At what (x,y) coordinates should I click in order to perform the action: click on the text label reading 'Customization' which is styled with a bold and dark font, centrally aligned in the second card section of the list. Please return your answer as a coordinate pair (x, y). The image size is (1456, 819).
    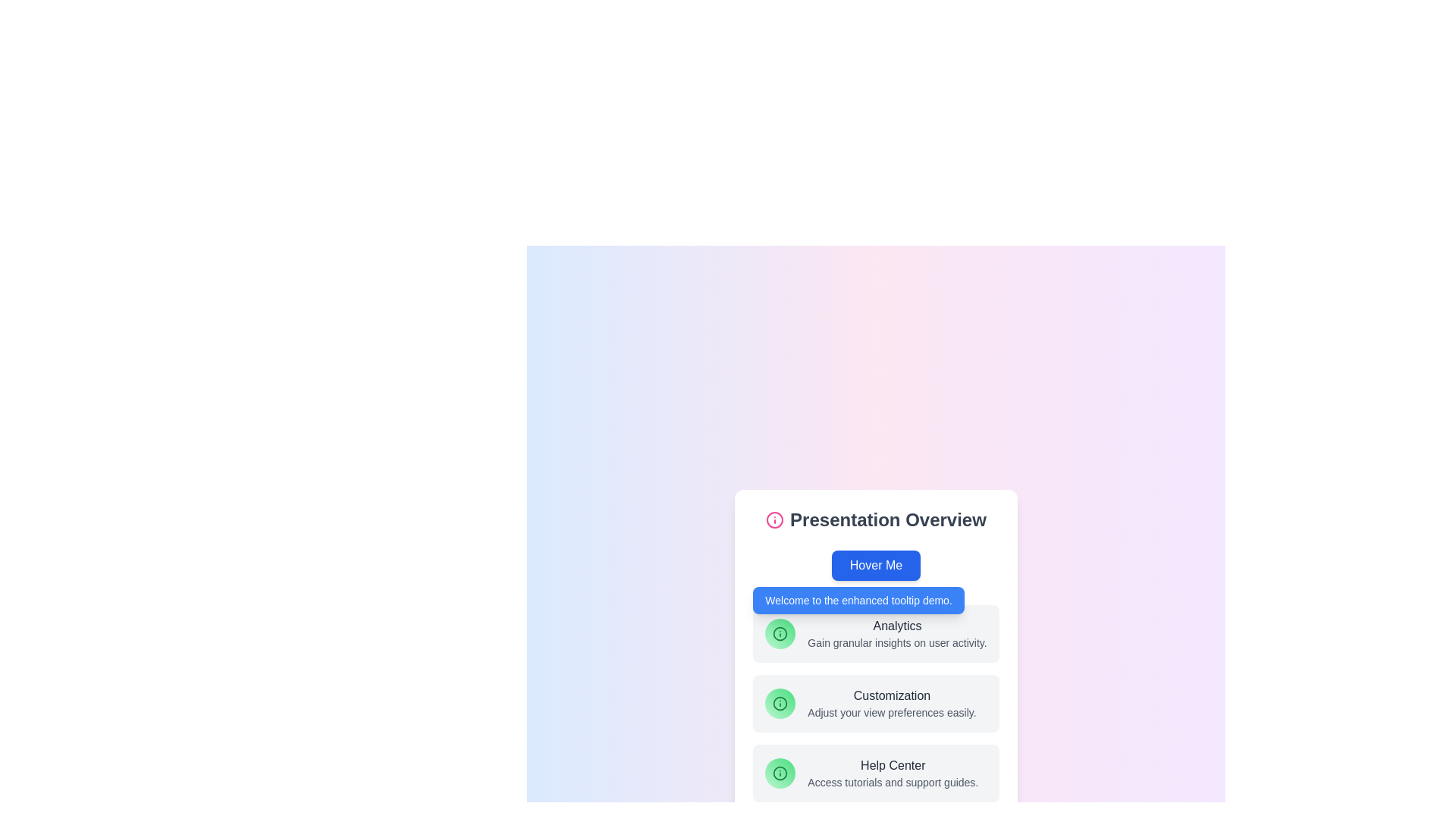
    Looking at the image, I should click on (892, 696).